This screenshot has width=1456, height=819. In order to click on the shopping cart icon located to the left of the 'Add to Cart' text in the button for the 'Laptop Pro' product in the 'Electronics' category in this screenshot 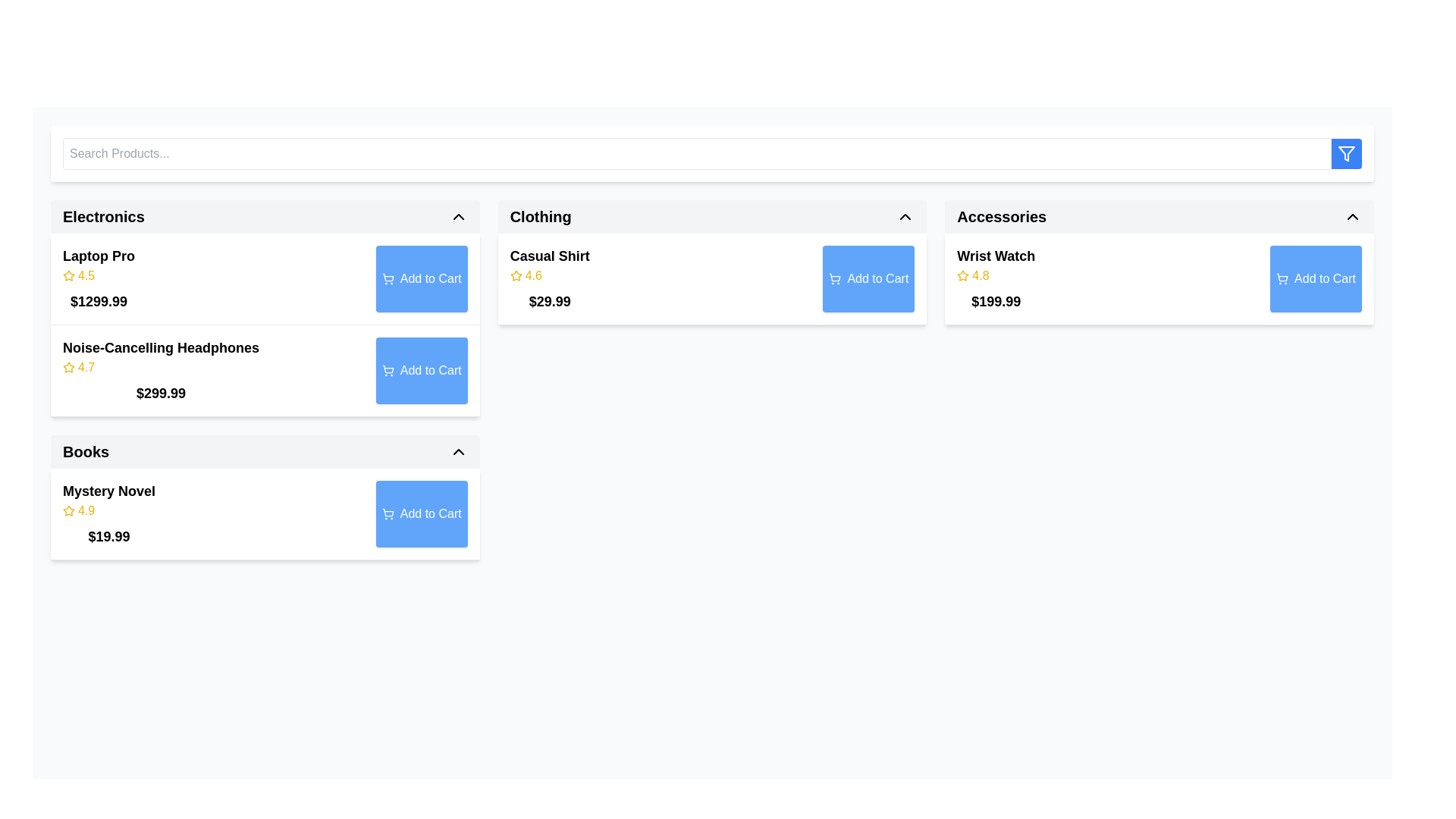, I will do `click(388, 278)`.